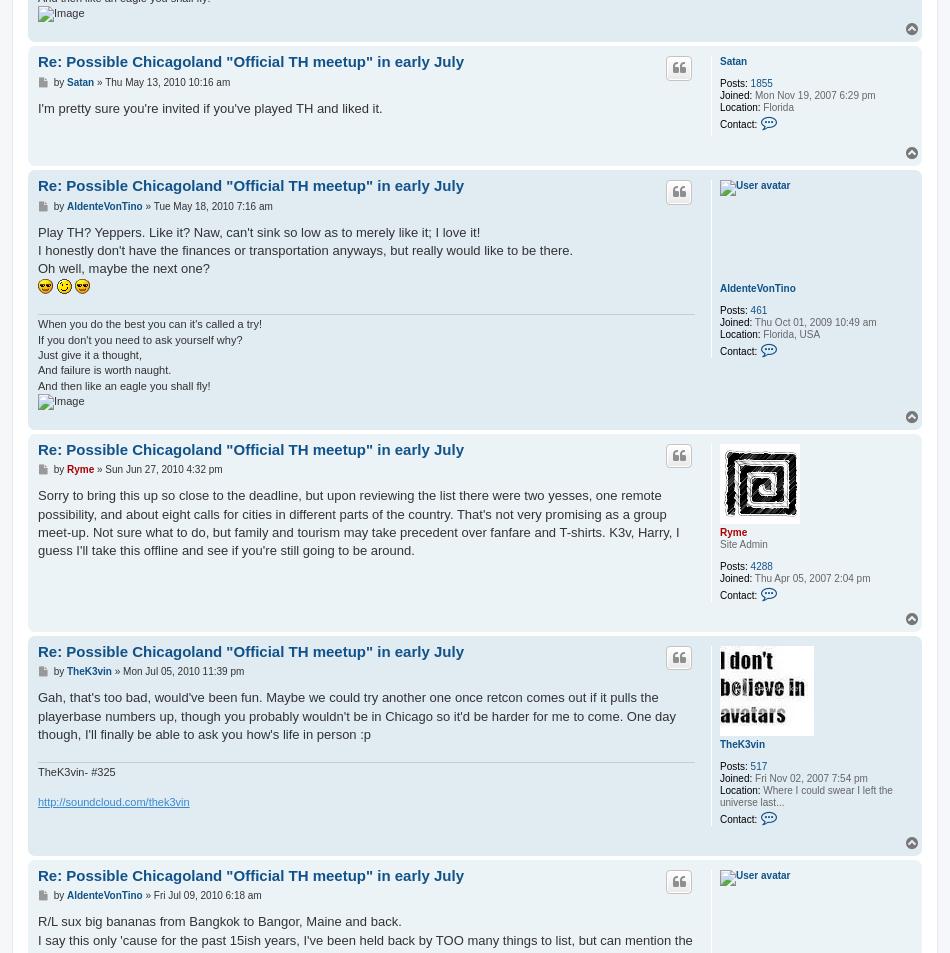 This screenshot has width=950, height=953. I want to click on 'http://soundcloud.com/thek3vin', so click(113, 802).